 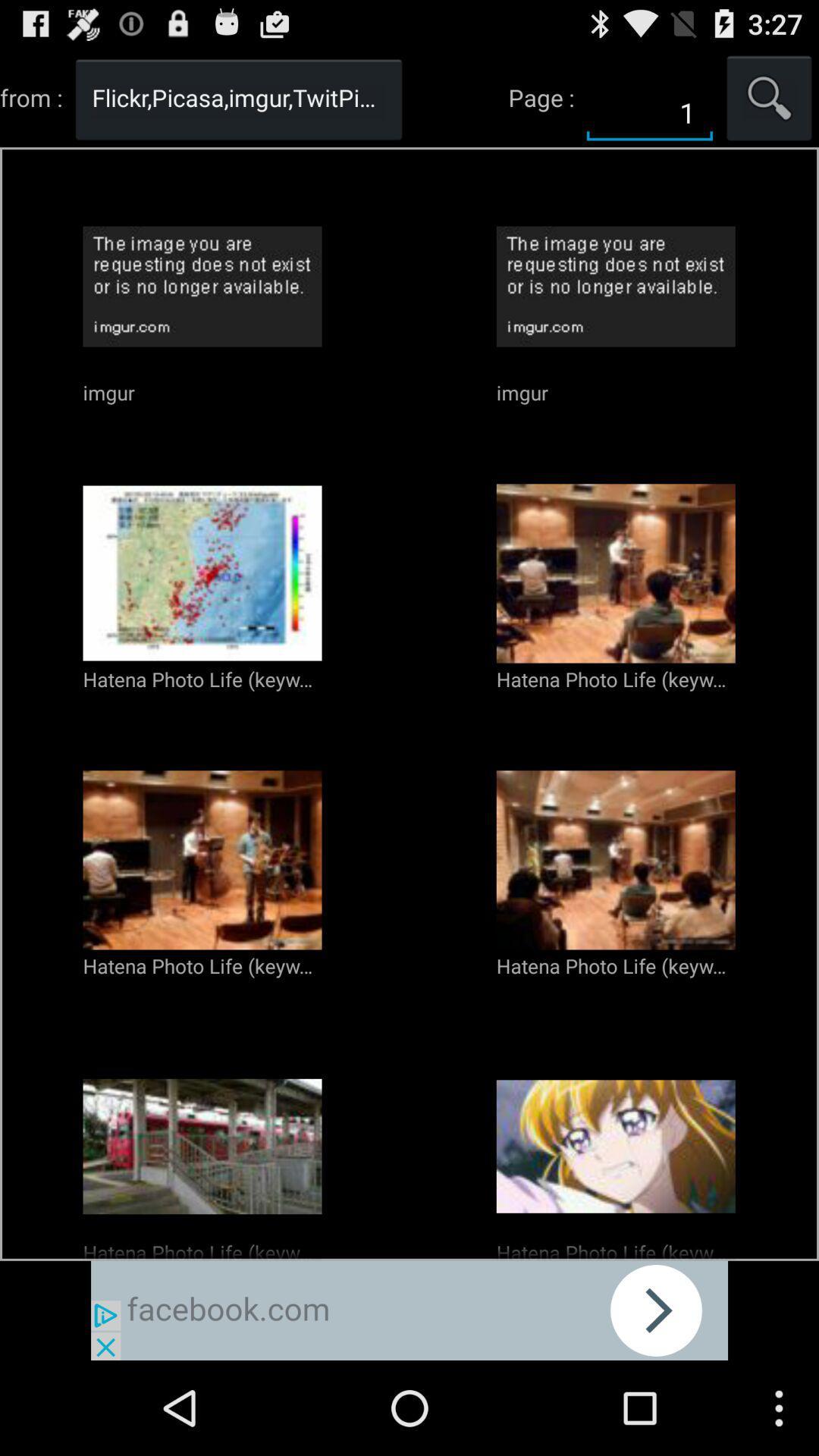 I want to click on seatch the page, so click(x=769, y=96).